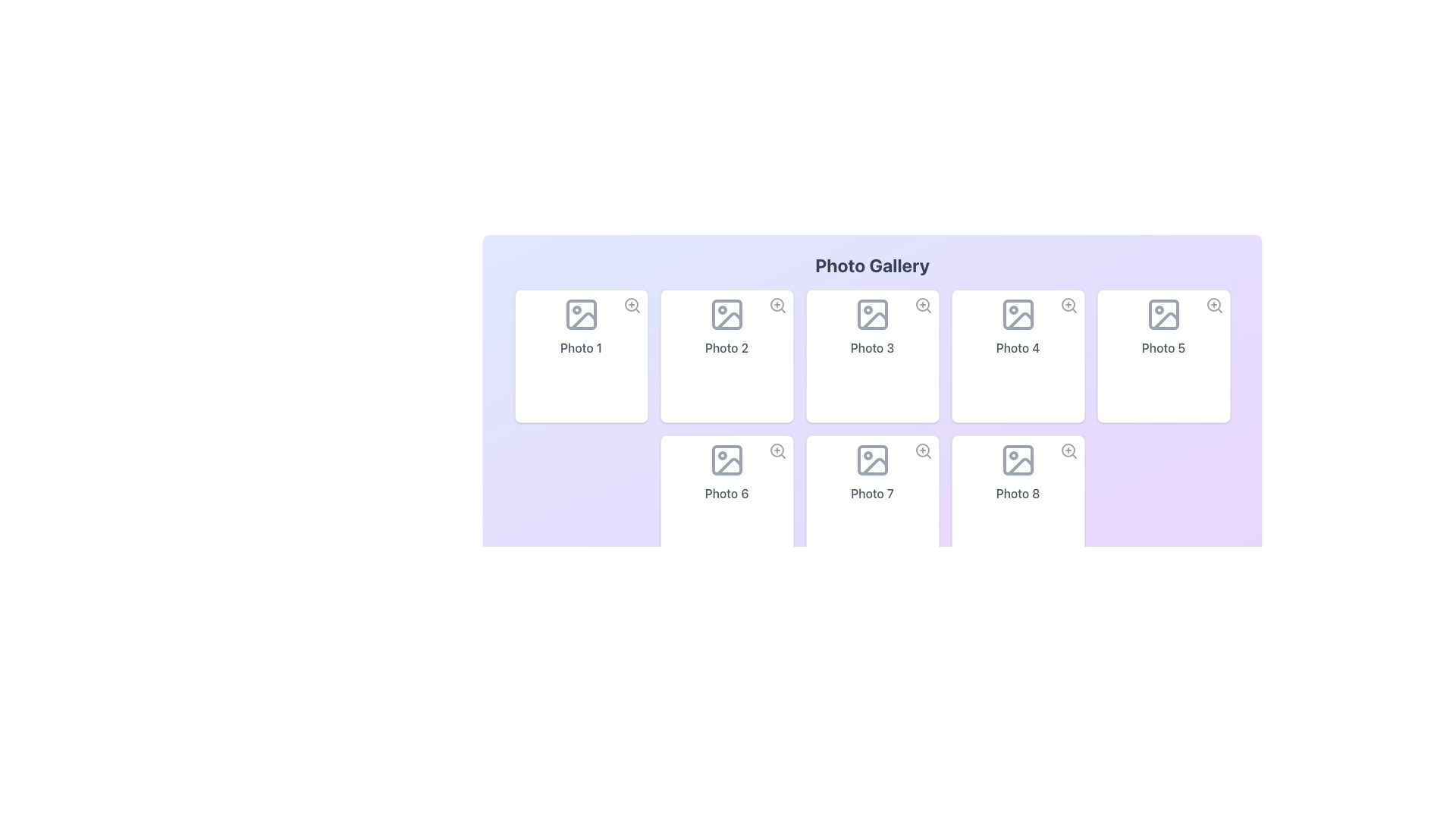 This screenshot has width=1456, height=819. I want to click on the text label displaying 'Photo 1', which is located at the bottom of the first photo card in the gallery interface, so click(580, 348).